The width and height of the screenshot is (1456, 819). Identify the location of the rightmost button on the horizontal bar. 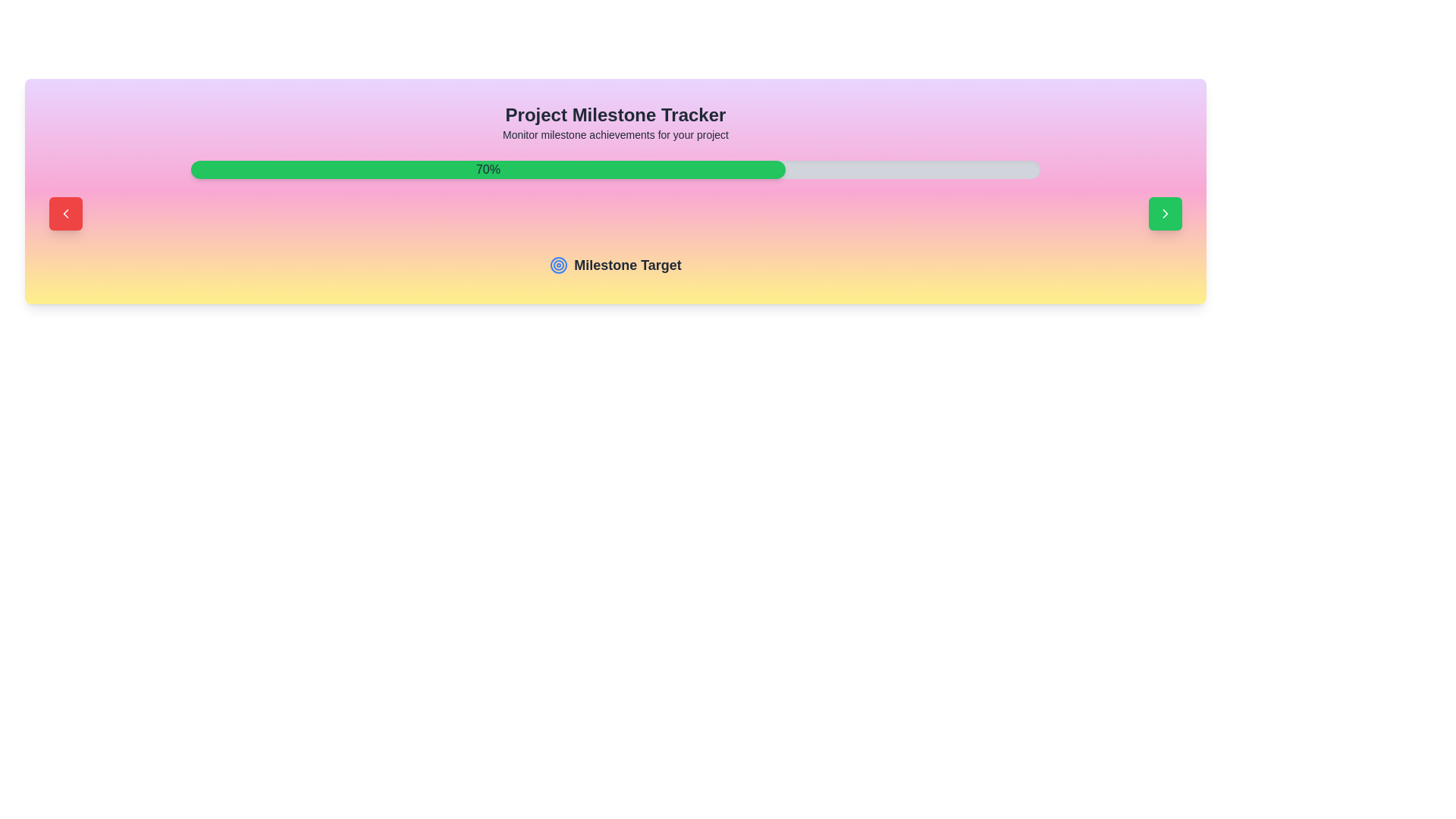
(1164, 213).